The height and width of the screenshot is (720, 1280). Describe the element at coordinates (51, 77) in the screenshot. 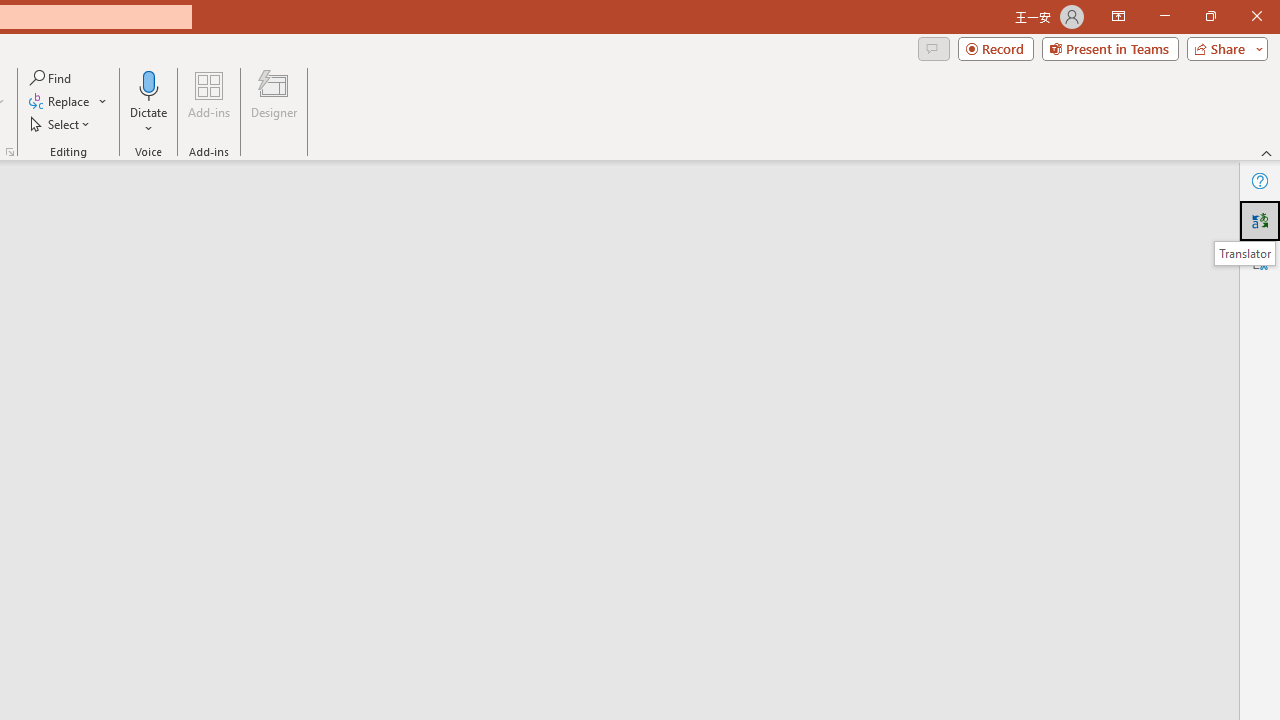

I see `'Find...'` at that location.